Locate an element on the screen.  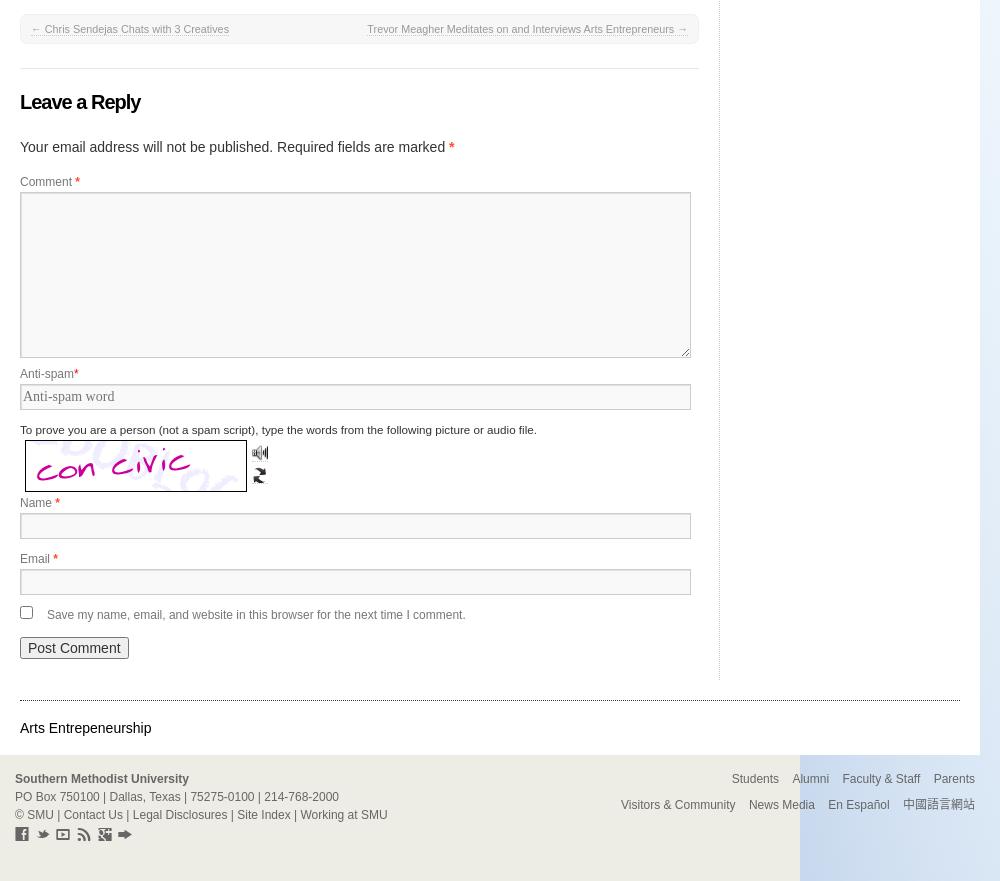
'Contact Us' is located at coordinates (62, 814).